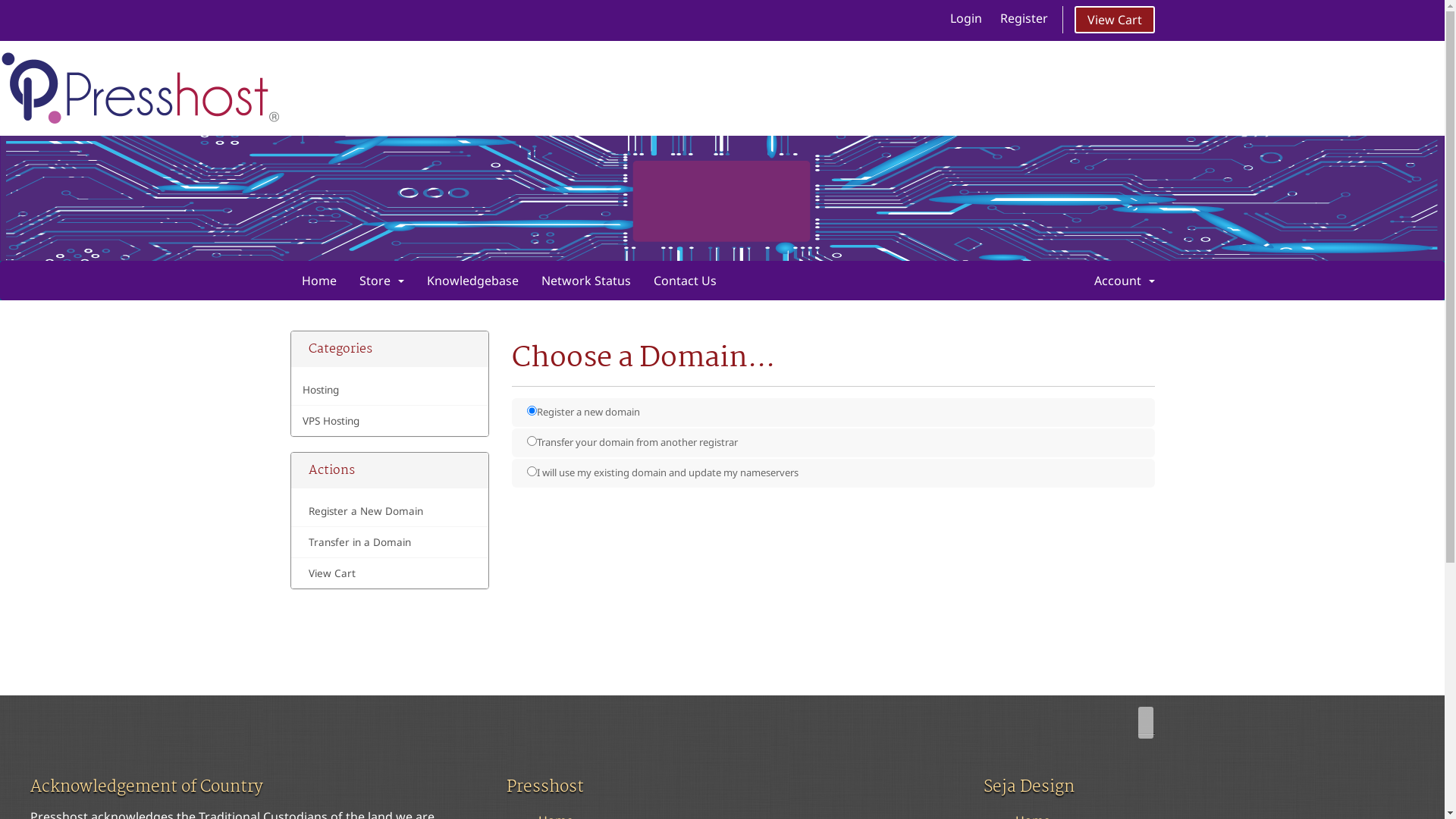 The height and width of the screenshot is (819, 1456). What do you see at coordinates (472, 281) in the screenshot?
I see `'Knowledgebase'` at bounding box center [472, 281].